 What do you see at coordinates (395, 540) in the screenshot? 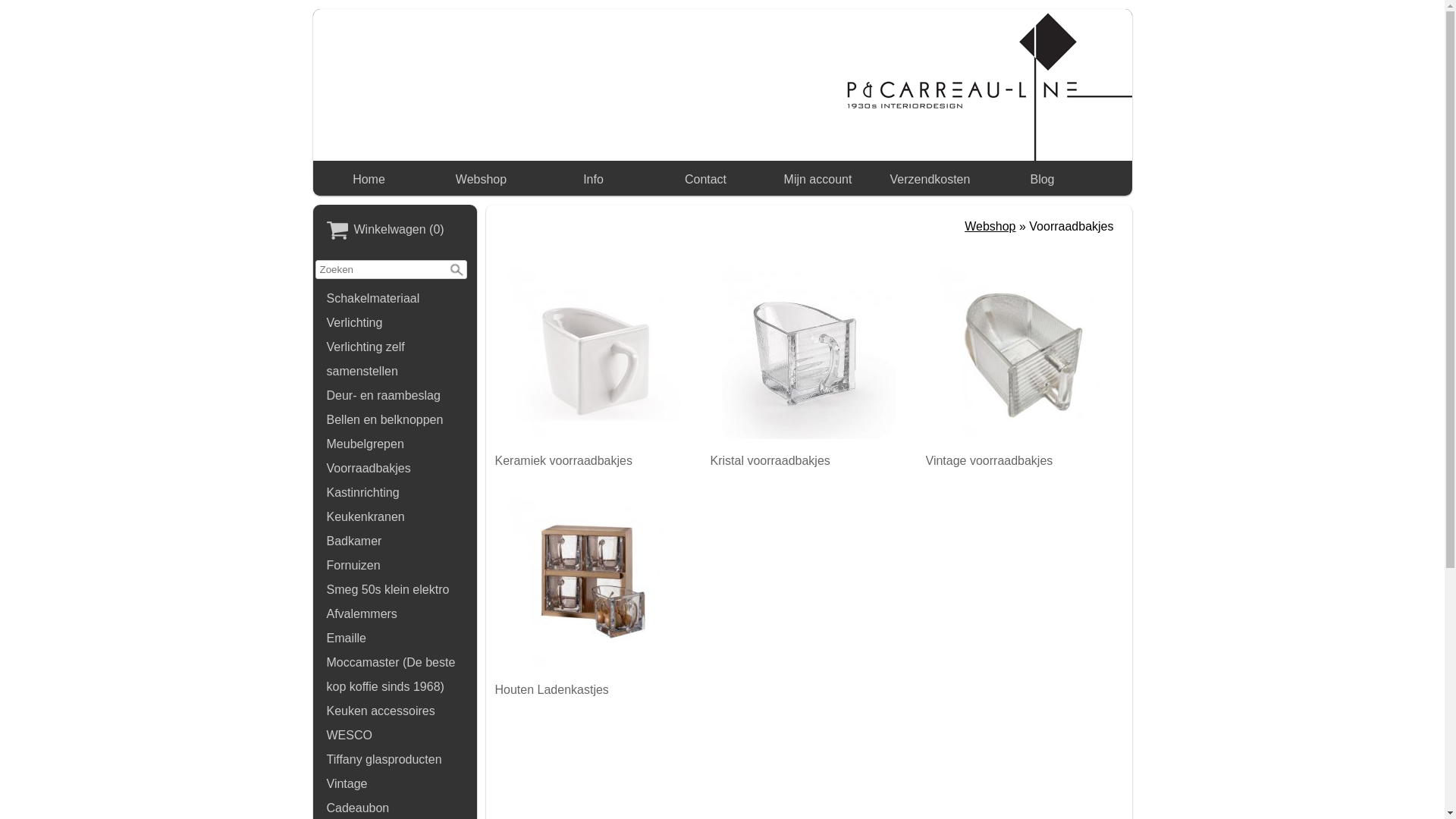
I see `'Badkamer'` at bounding box center [395, 540].